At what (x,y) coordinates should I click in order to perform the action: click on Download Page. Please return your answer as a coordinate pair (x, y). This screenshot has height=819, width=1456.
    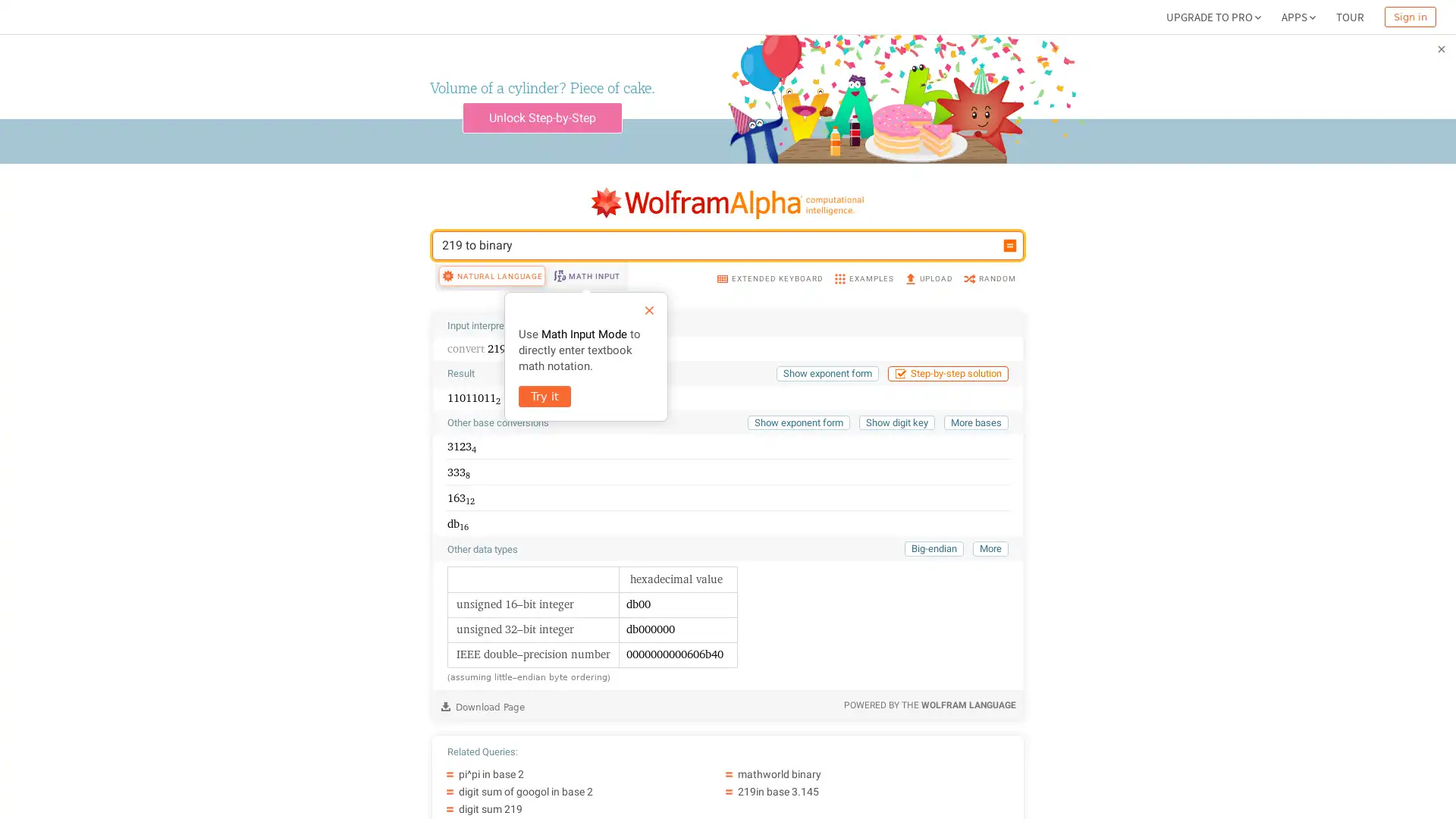
    Looking at the image, I should click on (481, 733).